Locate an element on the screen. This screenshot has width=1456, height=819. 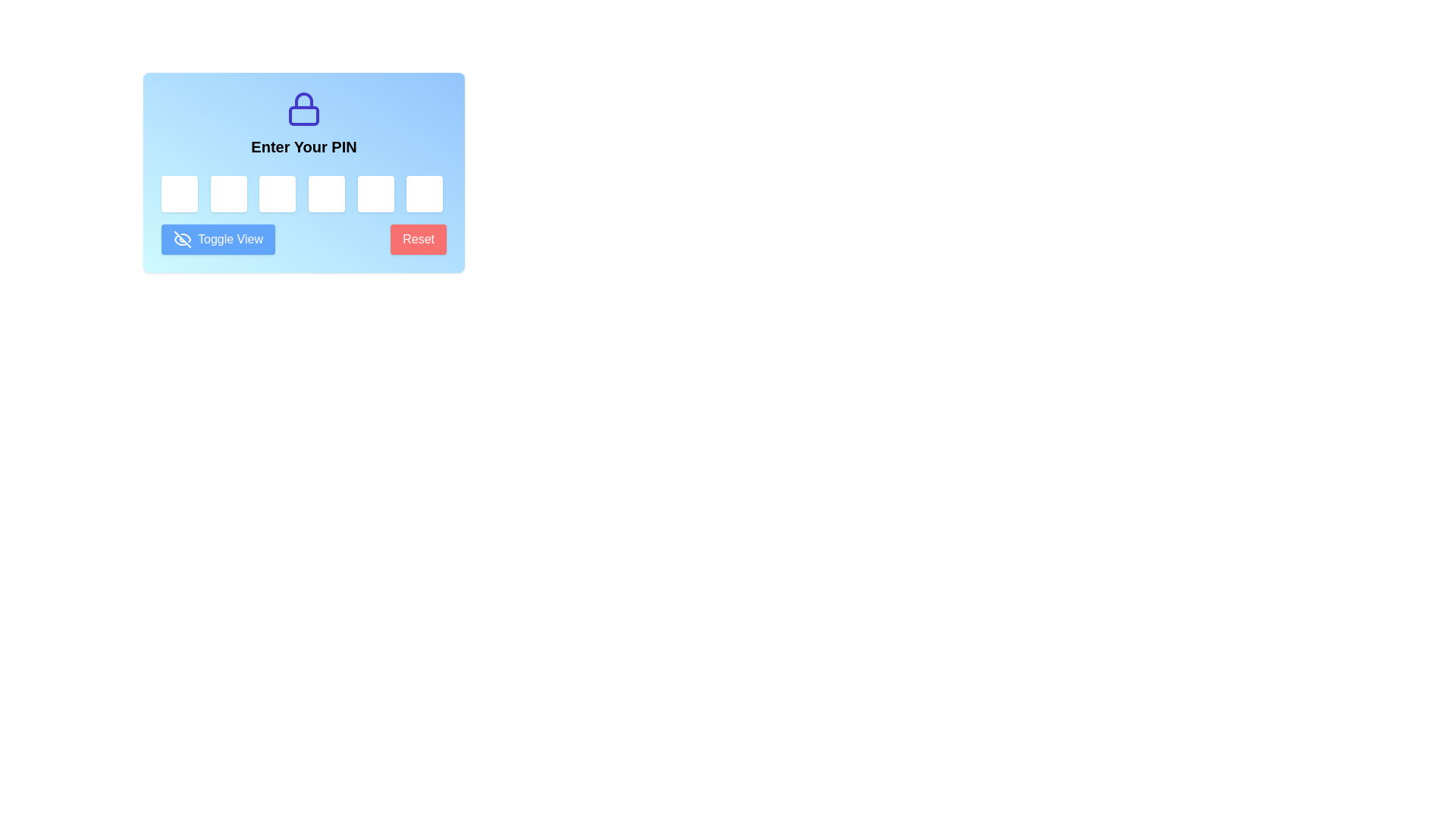
the first text input field for PIN entry by pressing Tab or Shift+Tab is located at coordinates (179, 193).